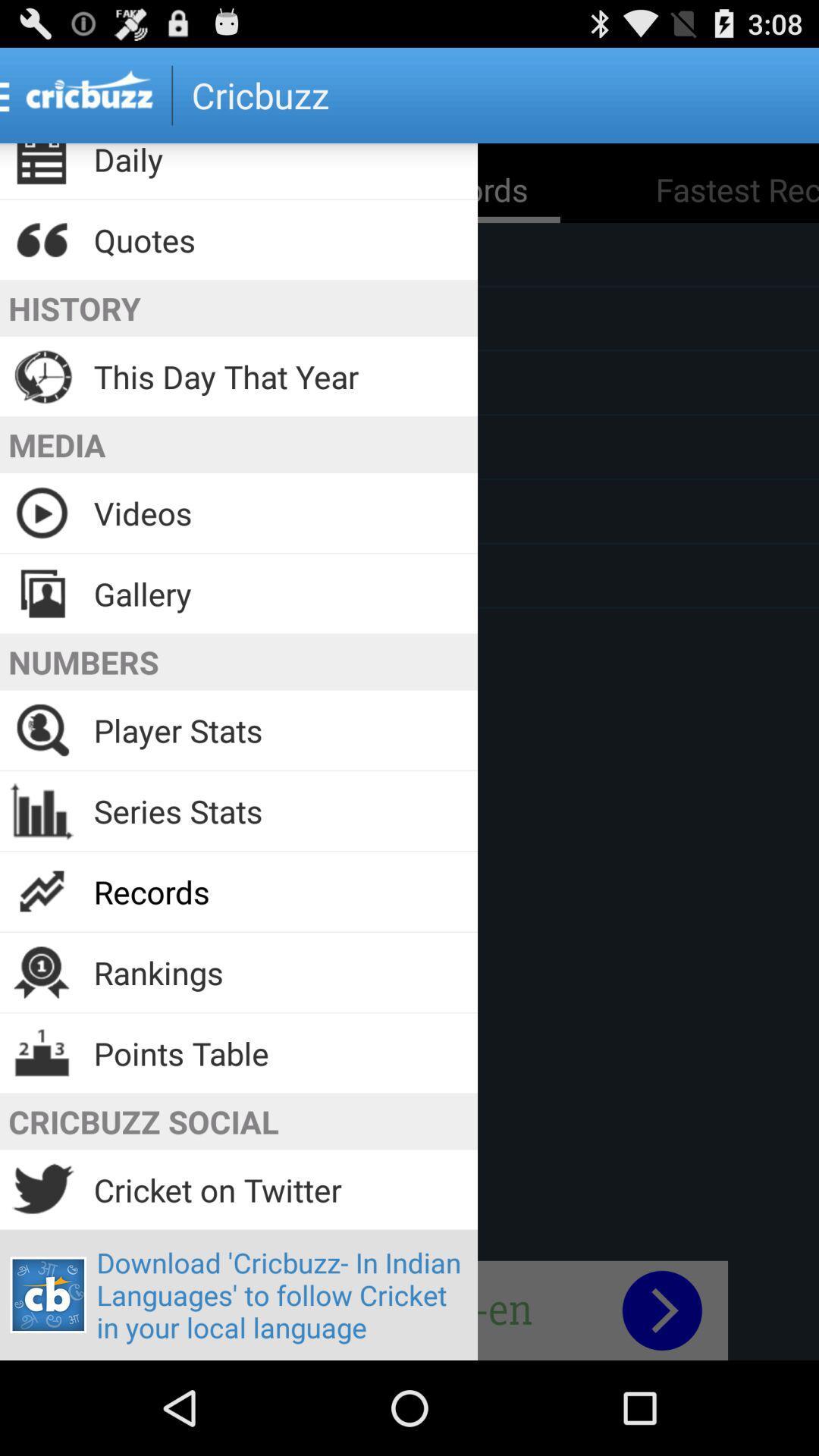  What do you see at coordinates (48, 1294) in the screenshot?
I see `the icon below twitter icon` at bounding box center [48, 1294].